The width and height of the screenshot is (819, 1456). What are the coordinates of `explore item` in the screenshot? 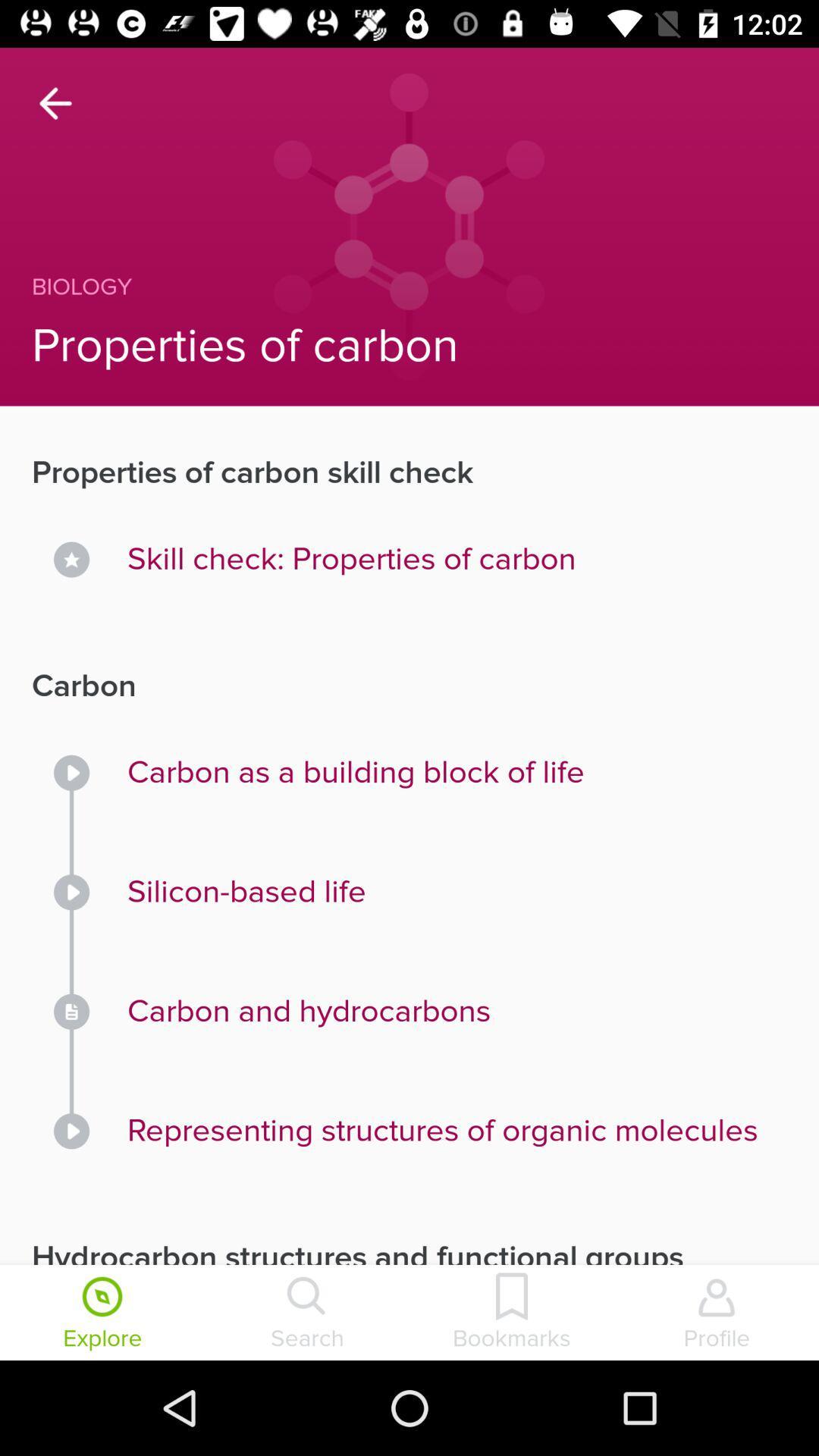 It's located at (102, 1313).